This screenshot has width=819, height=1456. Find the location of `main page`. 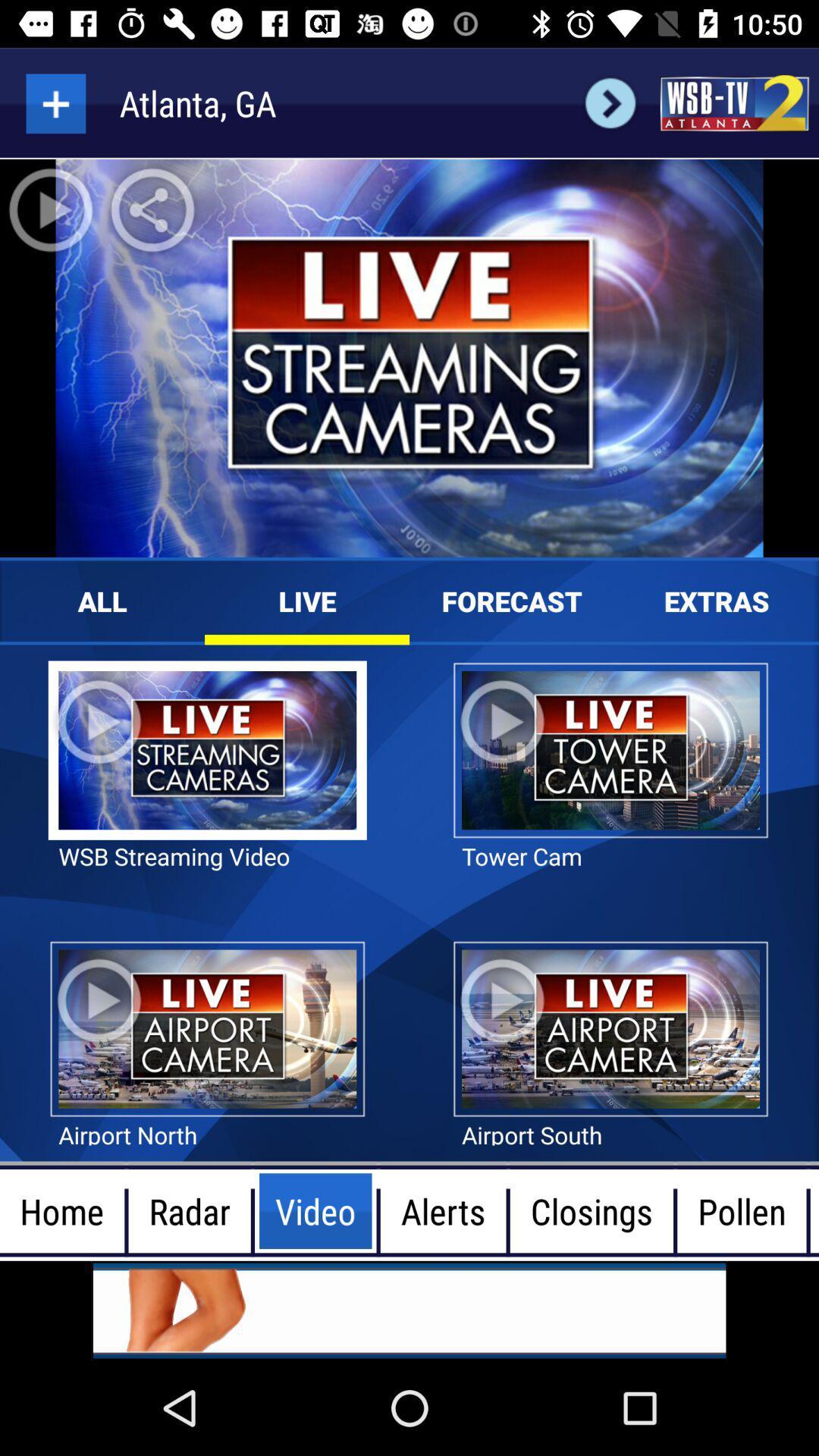

main page is located at coordinates (733, 102).